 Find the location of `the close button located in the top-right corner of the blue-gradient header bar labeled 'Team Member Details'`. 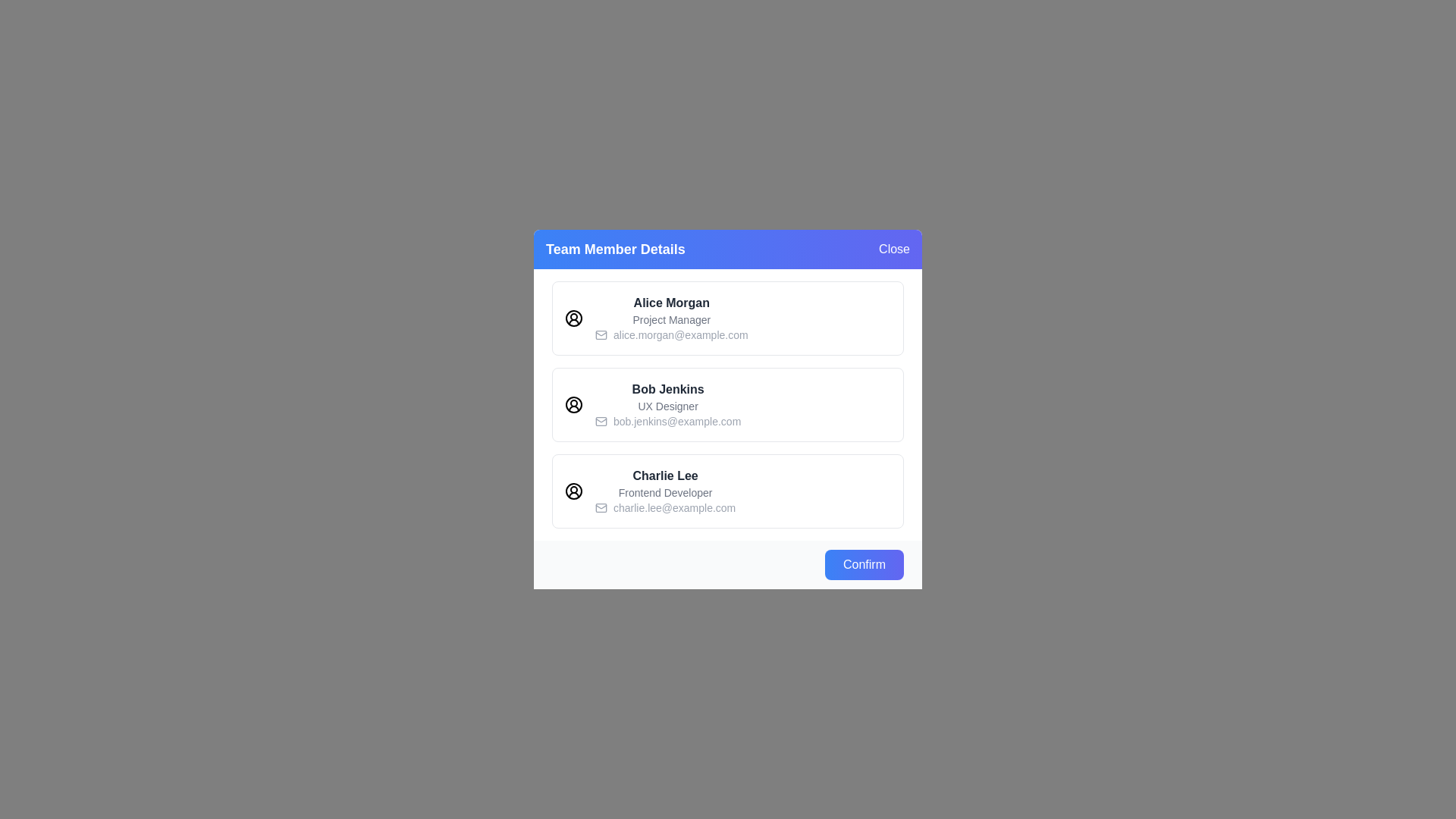

the close button located in the top-right corner of the blue-gradient header bar labeled 'Team Member Details' is located at coordinates (894, 248).